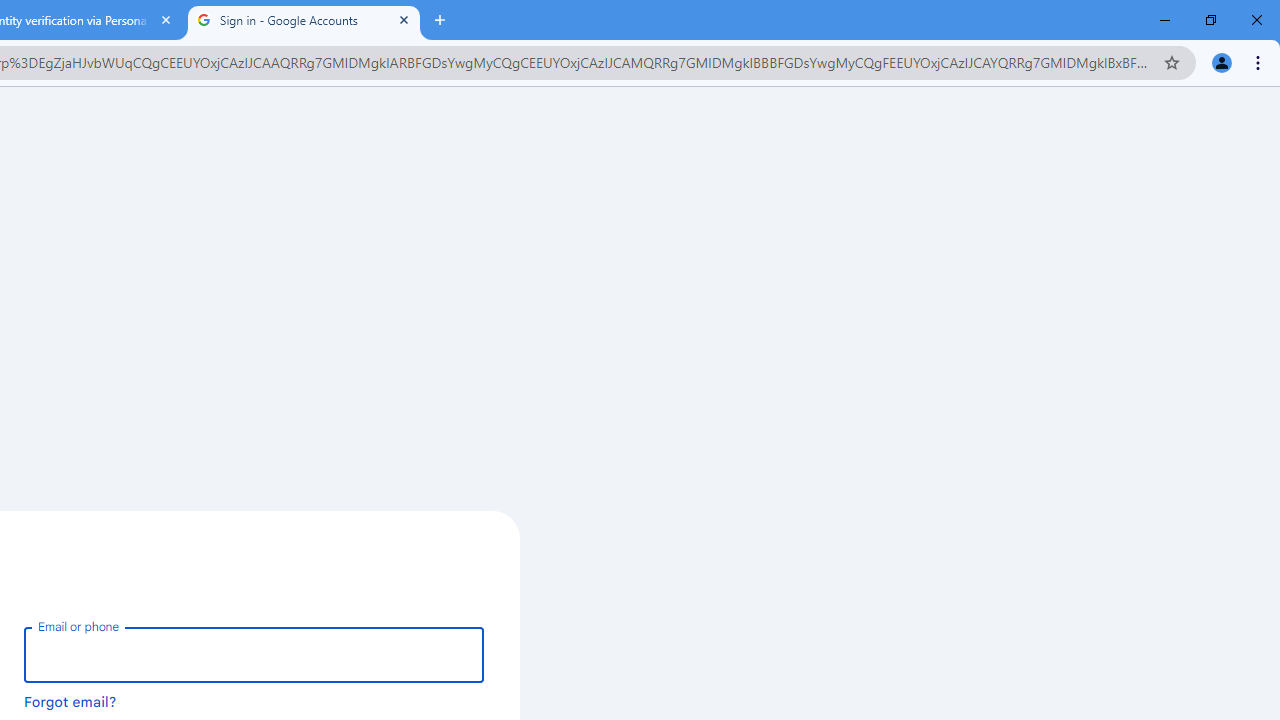  Describe the element at coordinates (253, 654) in the screenshot. I see `'Email or phone'` at that location.